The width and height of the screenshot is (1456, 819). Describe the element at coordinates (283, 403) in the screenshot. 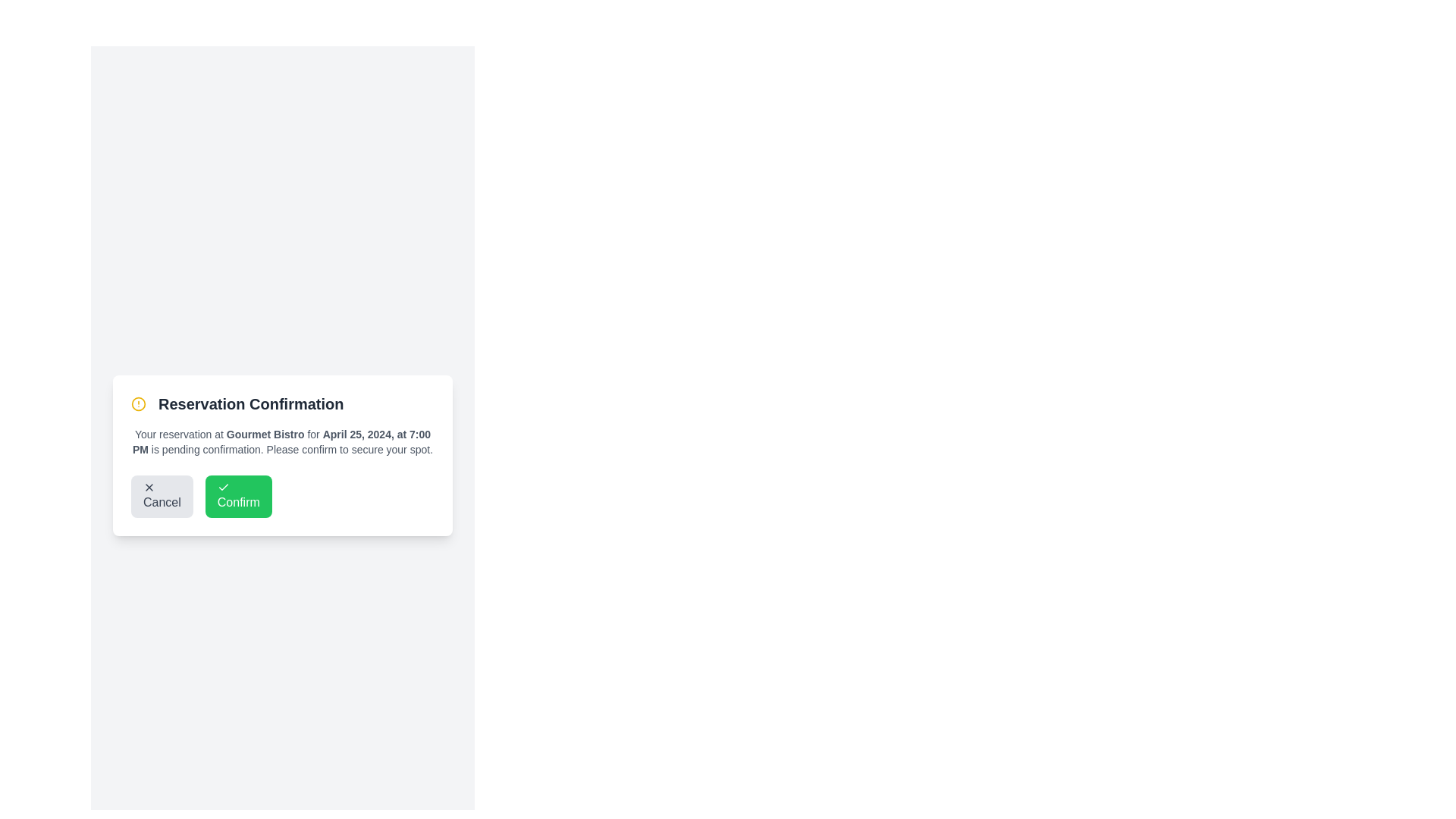

I see `text 'Reservation Confirmation' from the Header element located at the top of the modal box, which includes an icon to its left` at that location.